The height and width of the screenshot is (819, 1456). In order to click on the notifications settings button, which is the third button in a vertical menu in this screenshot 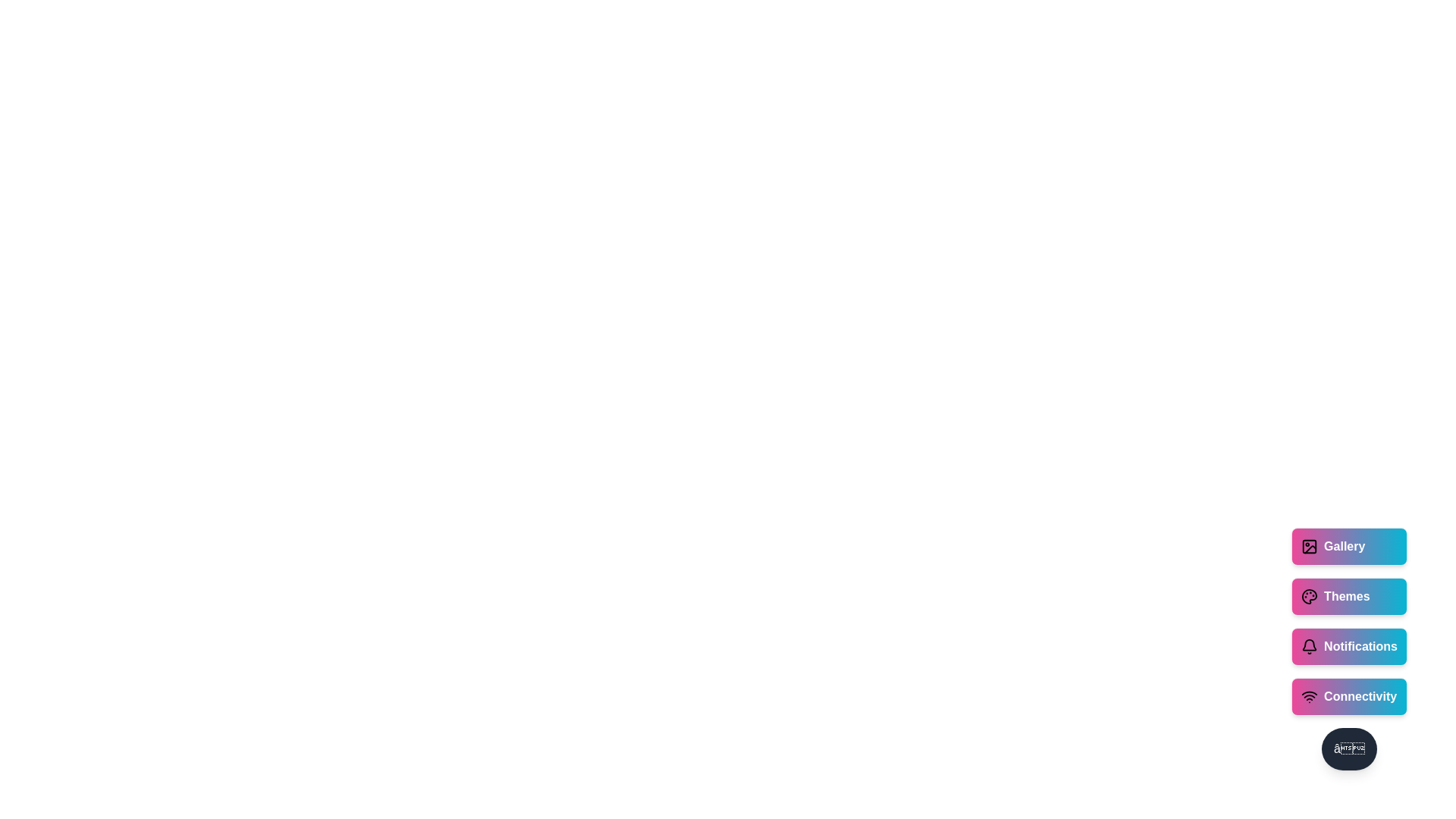, I will do `click(1349, 628)`.